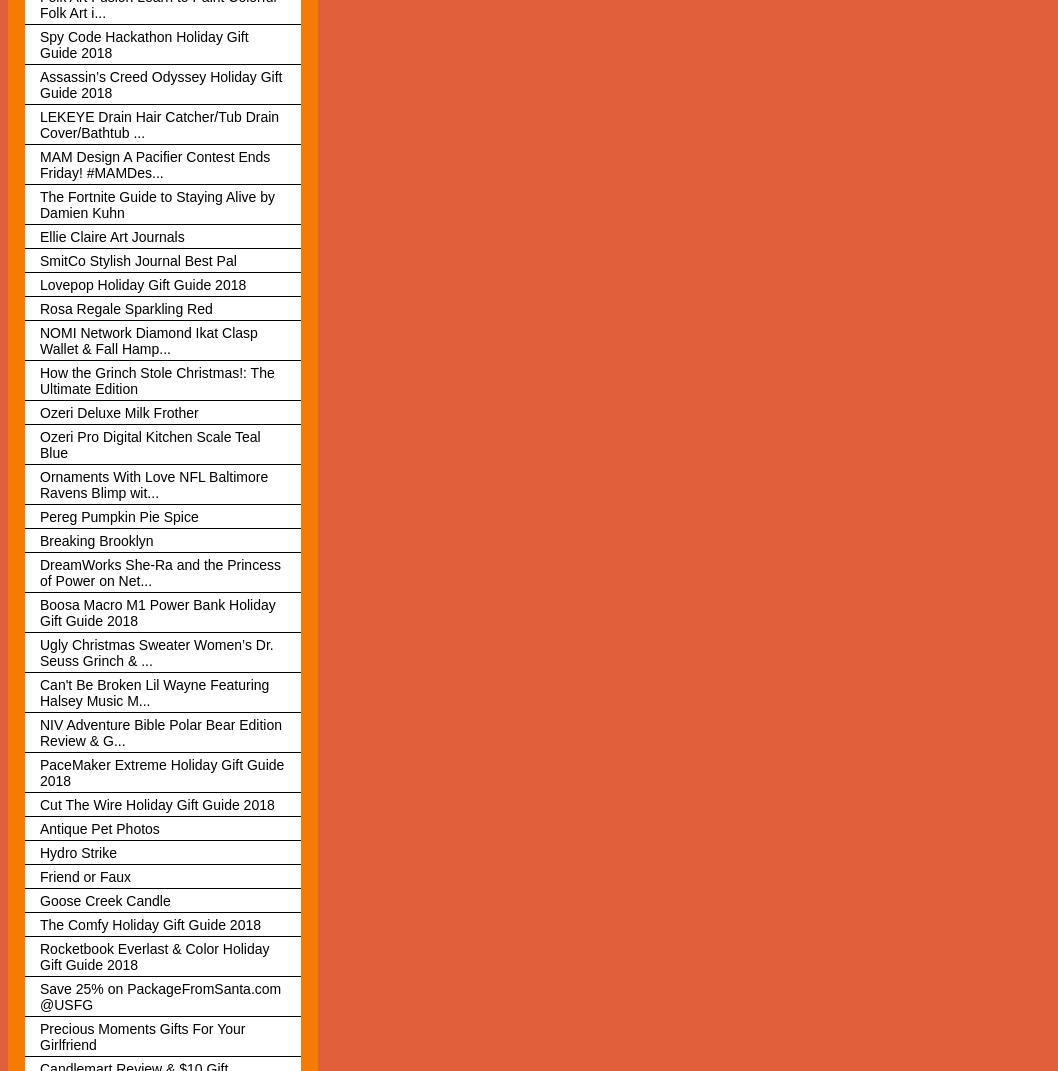  Describe the element at coordinates (160, 770) in the screenshot. I see `'PaceMaker Extreme  Holiday Gift Guide 2018'` at that location.